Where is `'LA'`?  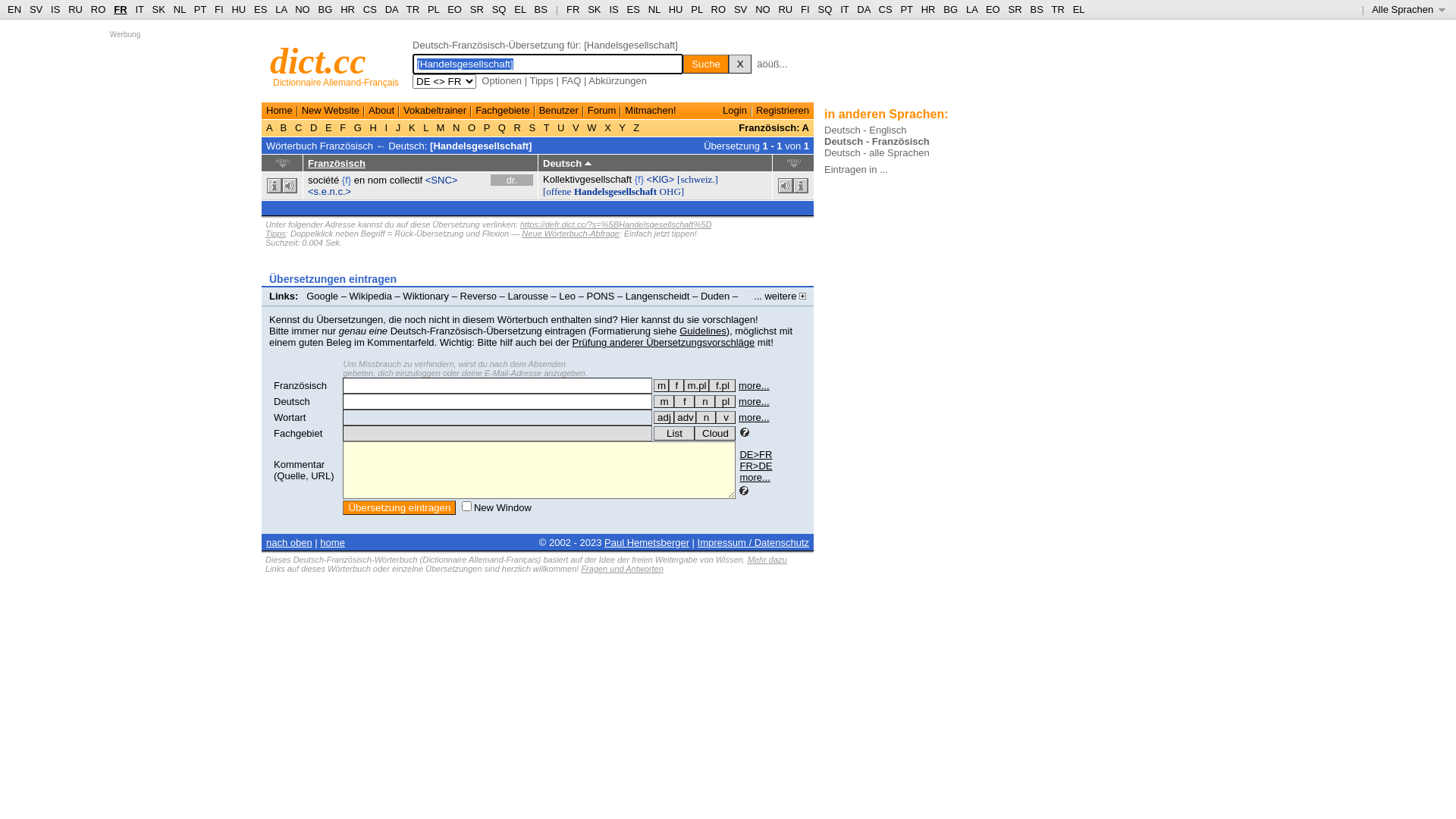
'LA' is located at coordinates (281, 9).